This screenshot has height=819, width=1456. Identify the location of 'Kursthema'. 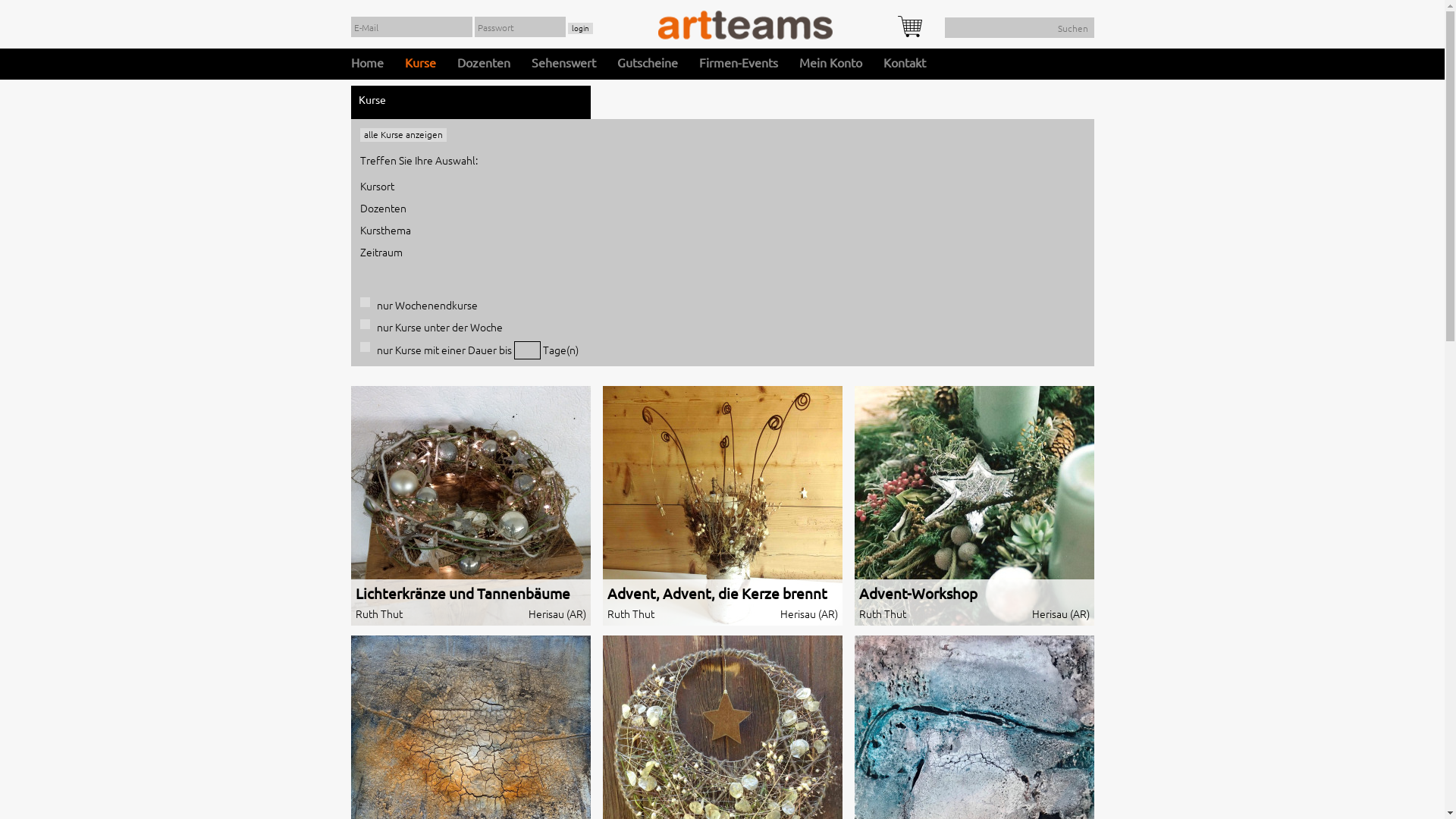
(384, 230).